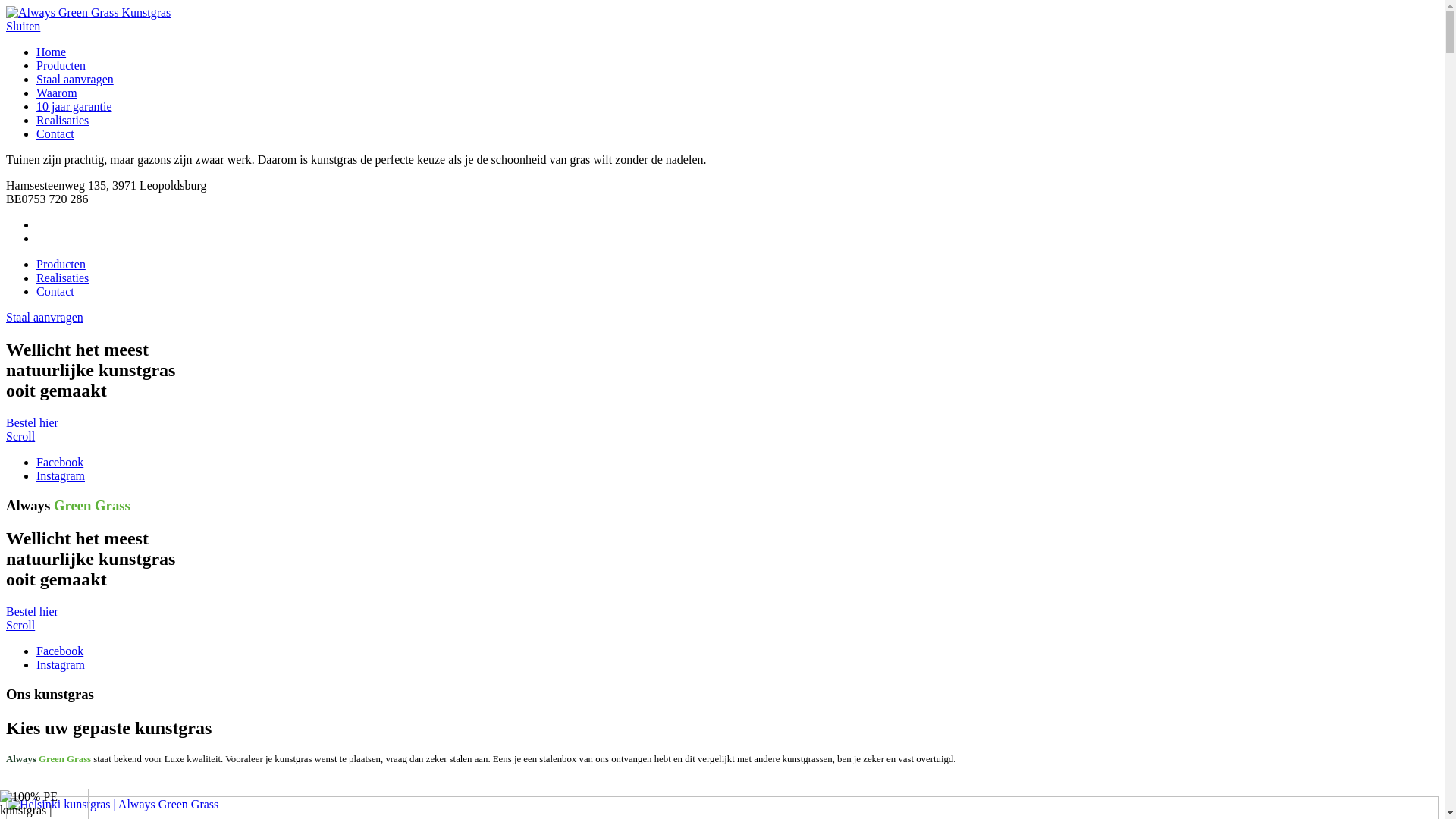  What do you see at coordinates (74, 79) in the screenshot?
I see `'Staal aanvragen'` at bounding box center [74, 79].